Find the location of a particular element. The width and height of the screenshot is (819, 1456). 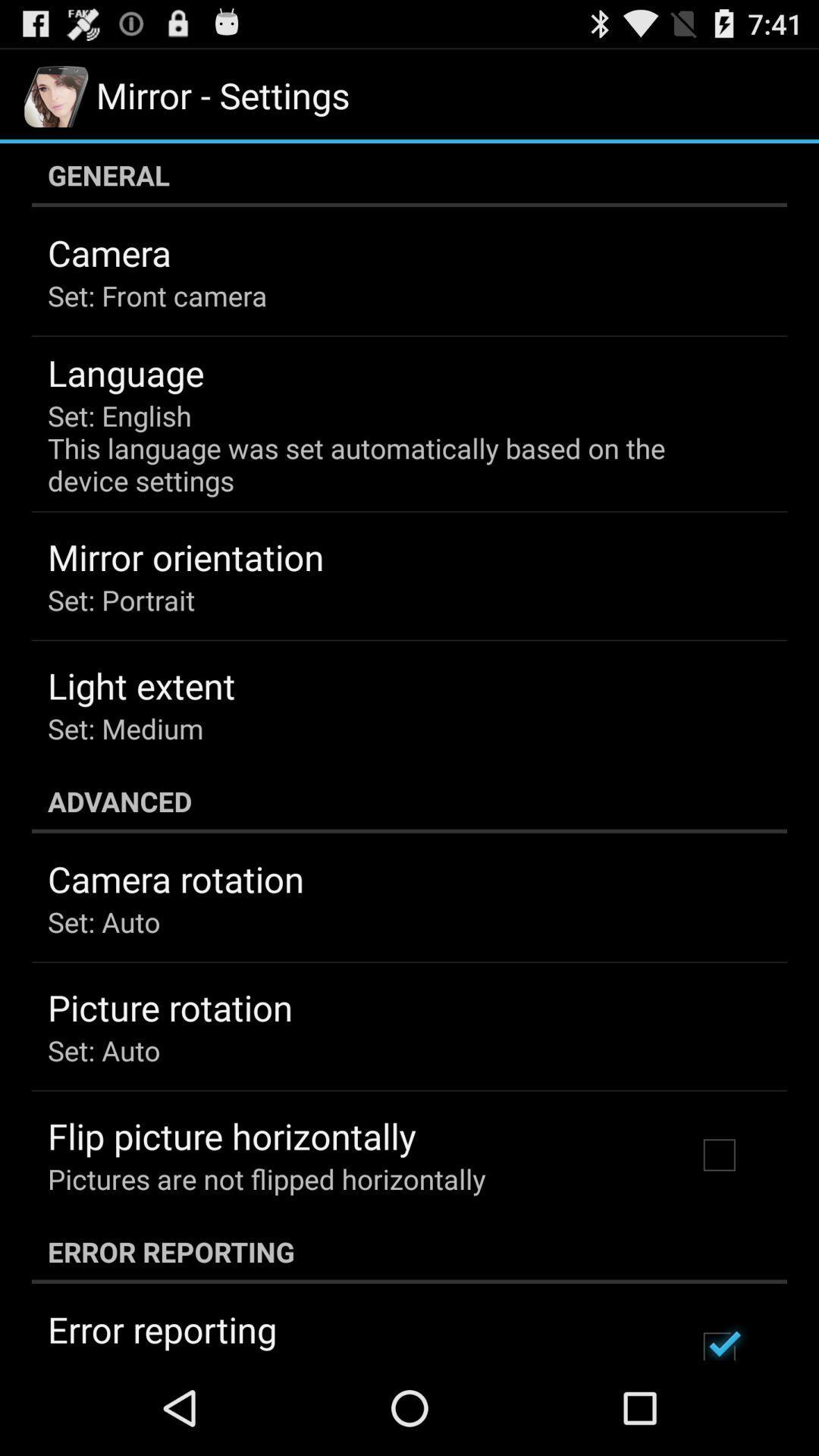

light extent app is located at coordinates (141, 685).